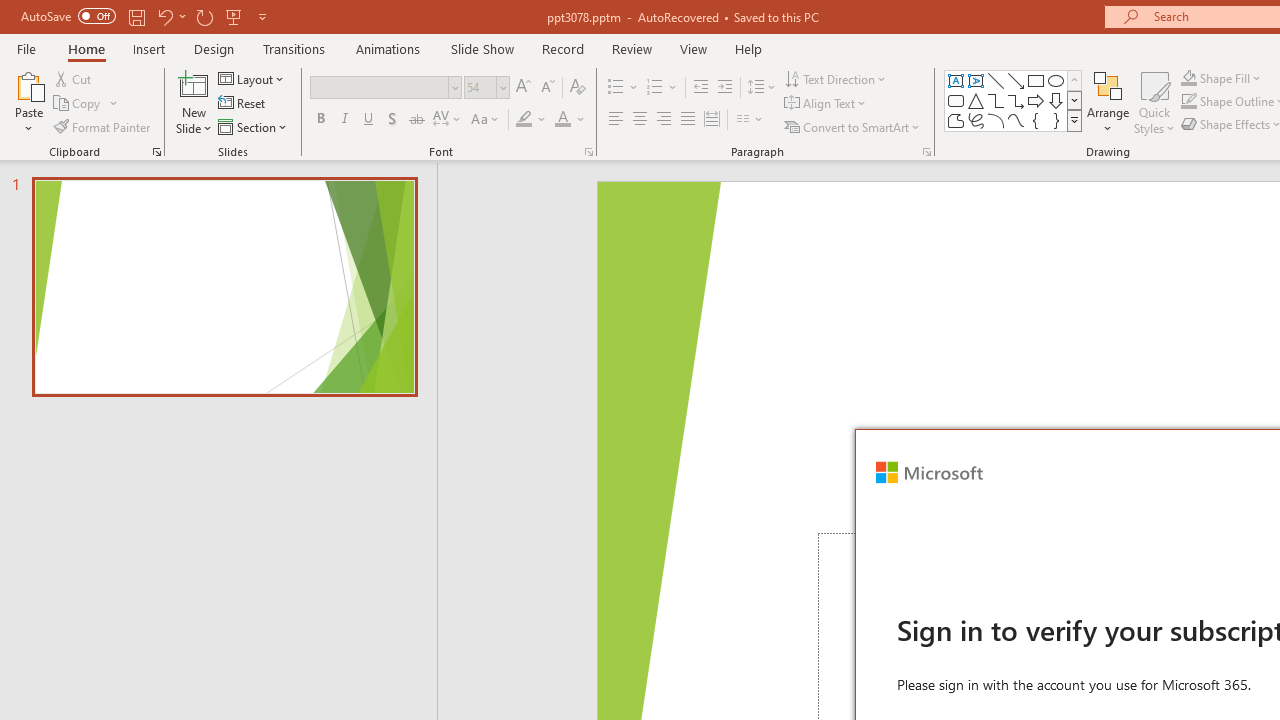 Image resolution: width=1280 pixels, height=720 pixels. I want to click on 'Shape Fill Dark Green, Accent 2', so click(1189, 77).